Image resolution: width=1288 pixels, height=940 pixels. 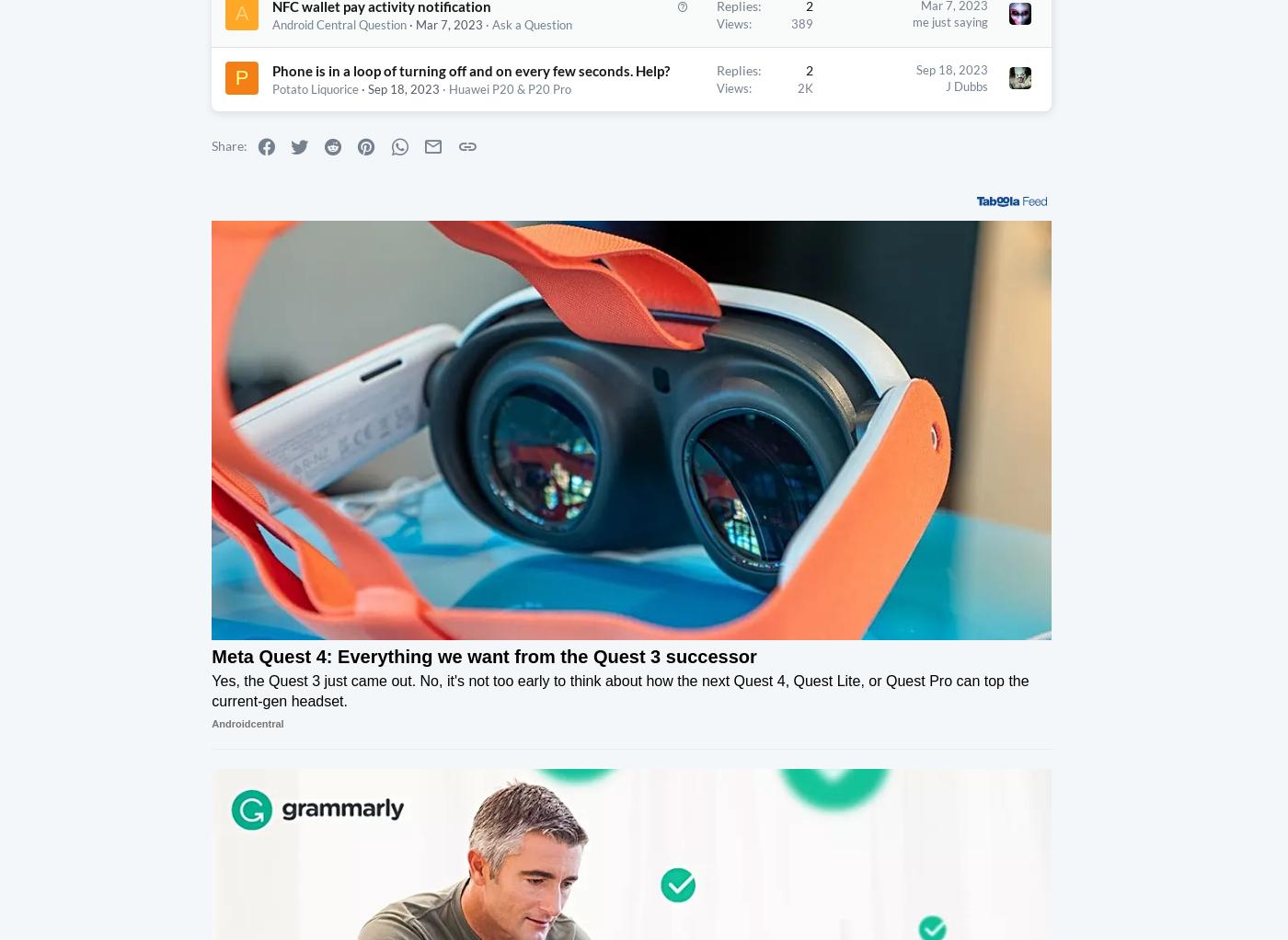 What do you see at coordinates (1143, 107) in the screenshot?
I see `'Google's Assistant At a Glance widget is crashing on a bunch of Android phones'` at bounding box center [1143, 107].